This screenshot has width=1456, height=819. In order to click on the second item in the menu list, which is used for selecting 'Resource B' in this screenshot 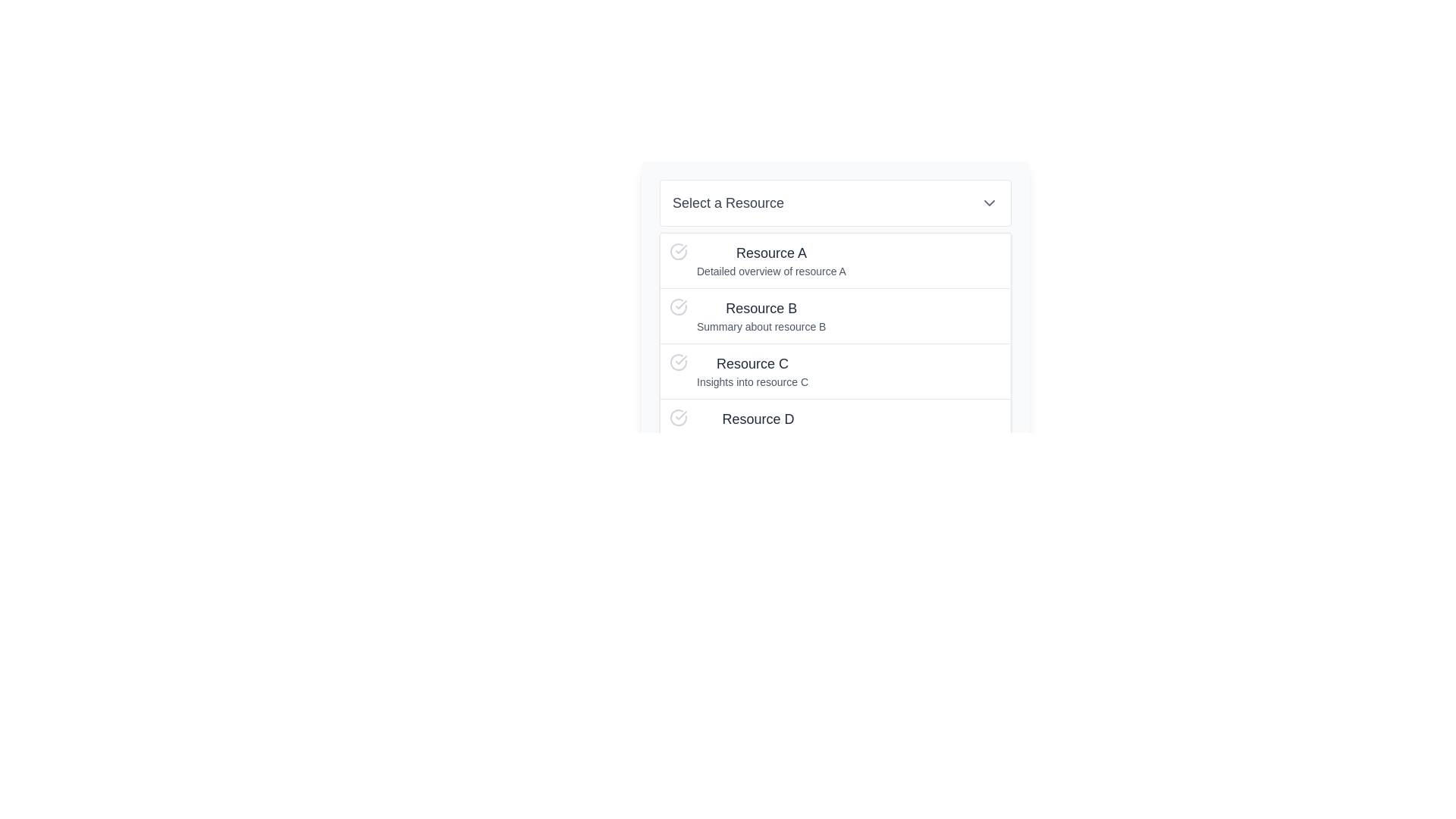, I will do `click(835, 315)`.